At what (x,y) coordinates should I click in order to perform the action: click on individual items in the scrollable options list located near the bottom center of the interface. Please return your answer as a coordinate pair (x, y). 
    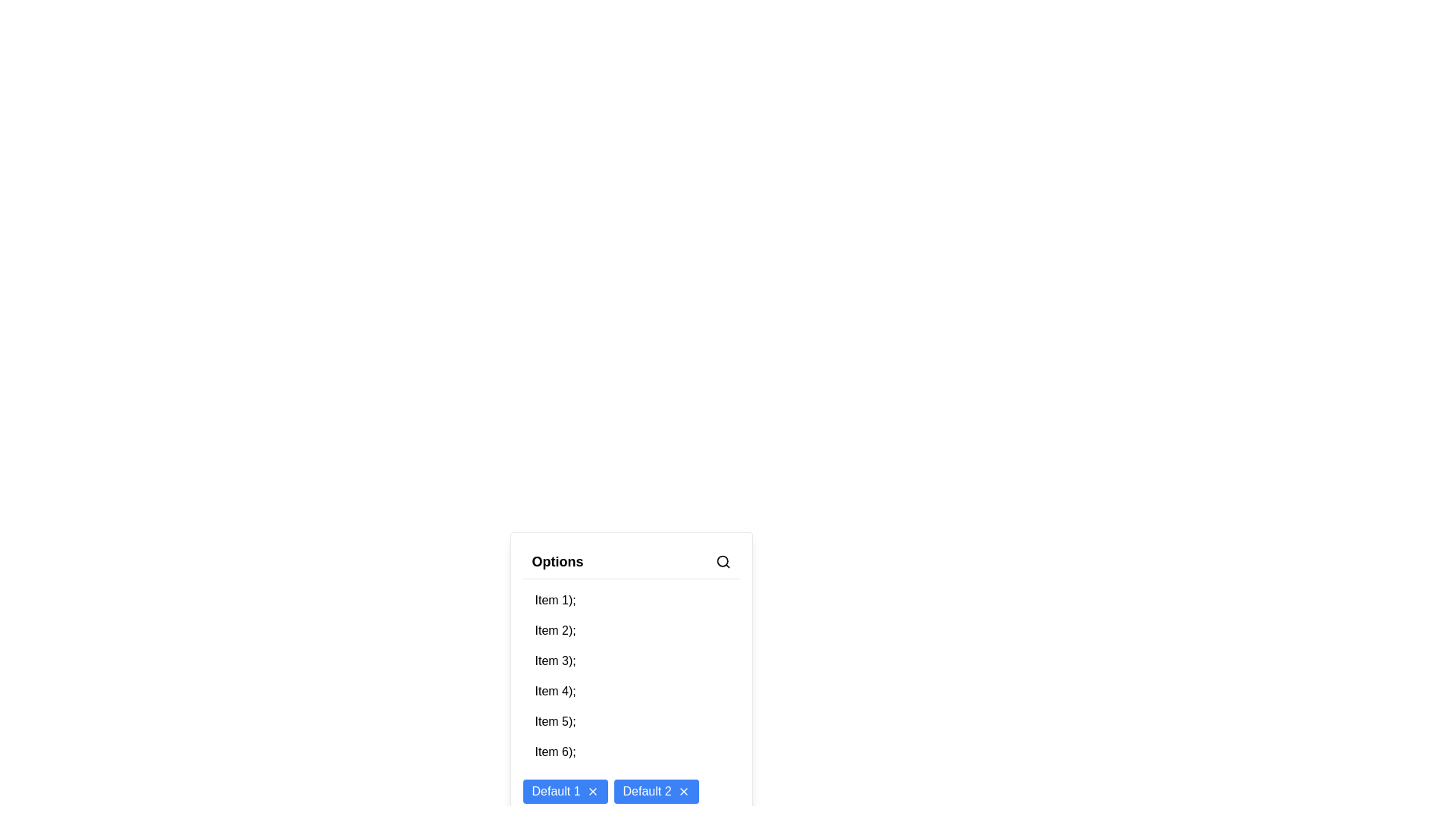
    Looking at the image, I should click on (631, 650).